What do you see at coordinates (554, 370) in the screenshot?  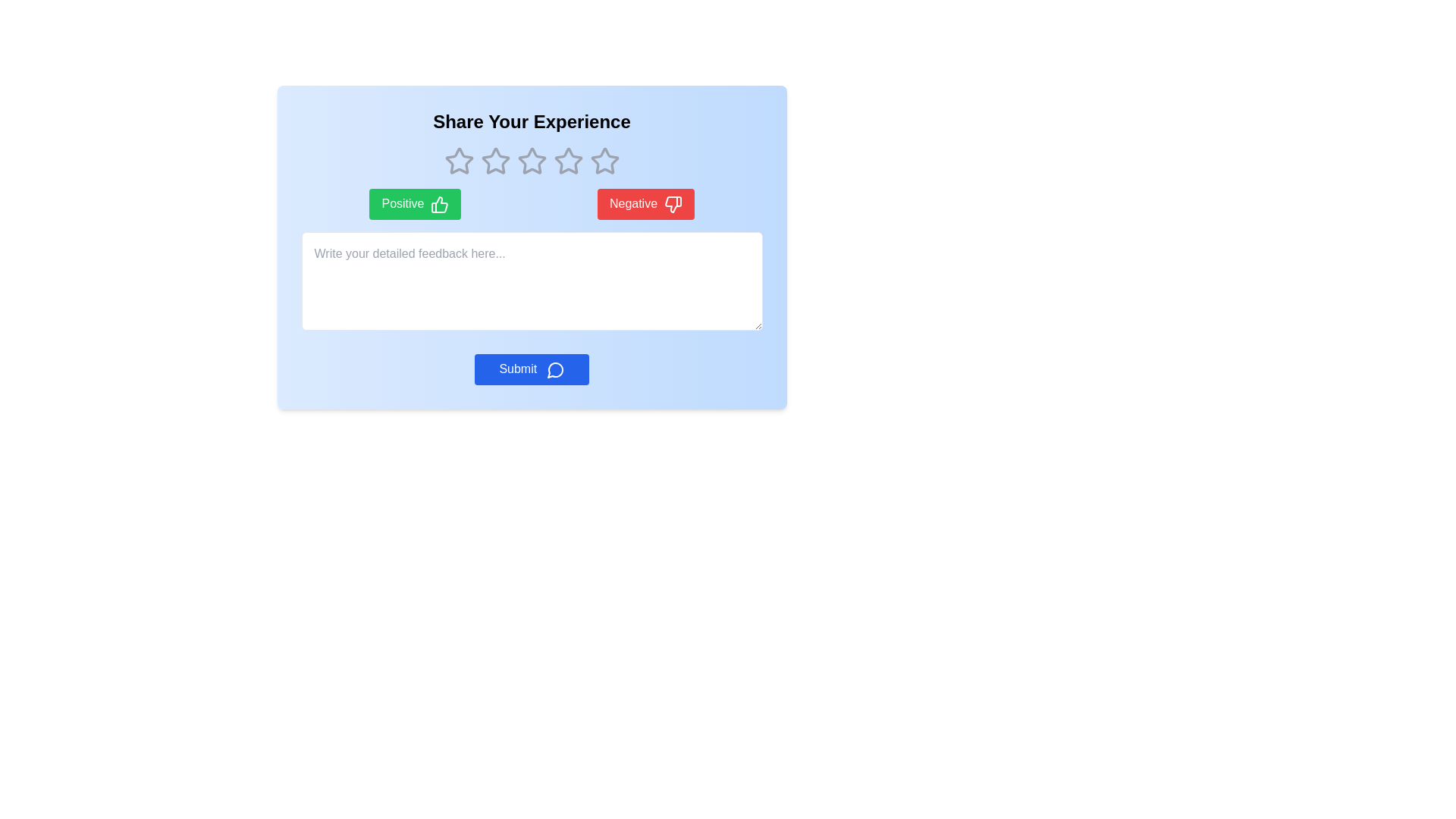 I see `the blue speech bubble icon located in the 'Submit' button area at the bottom center of the feedback form interface` at bounding box center [554, 370].